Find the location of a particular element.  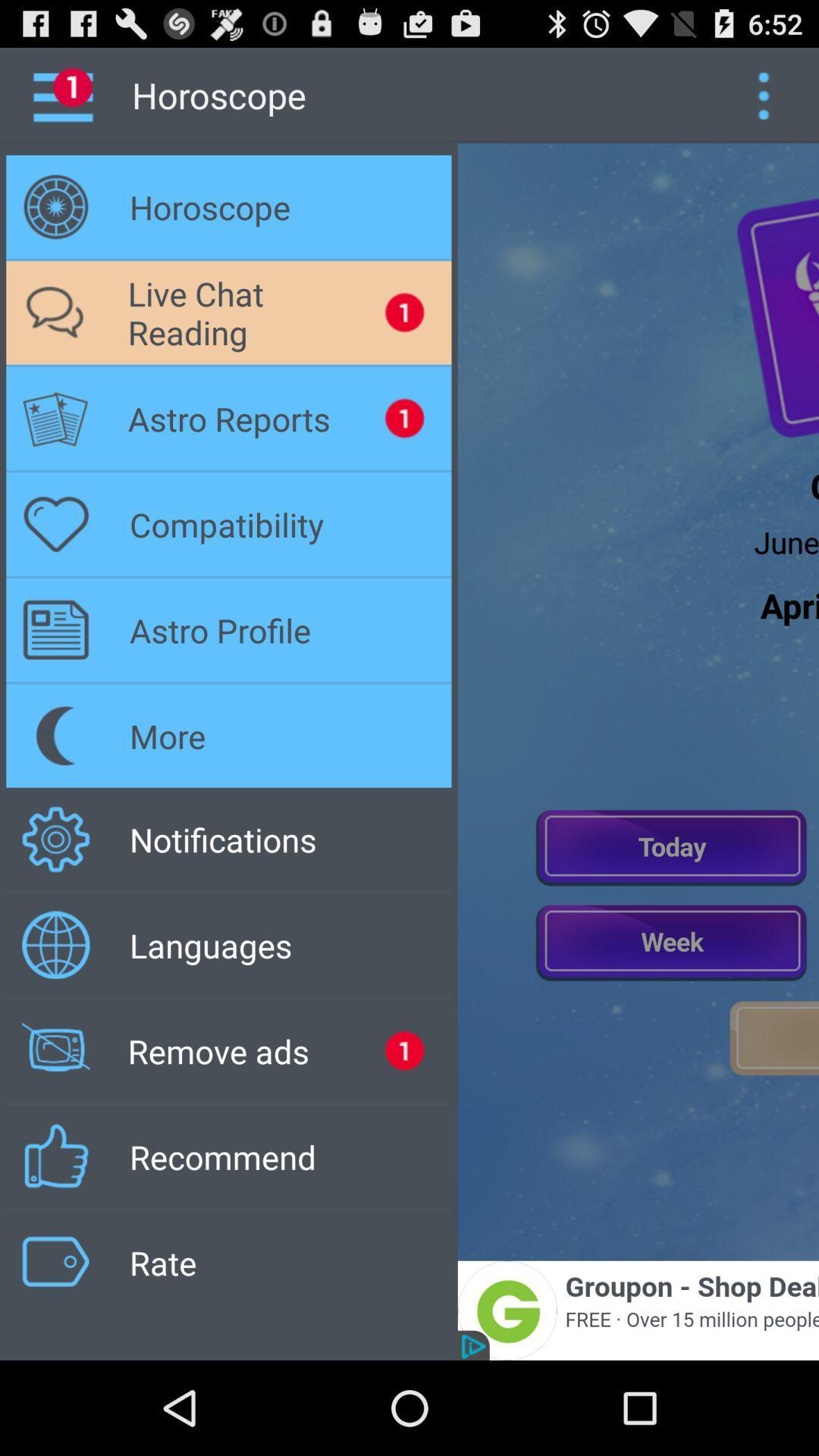

click for advertisement is located at coordinates (638, 1310).